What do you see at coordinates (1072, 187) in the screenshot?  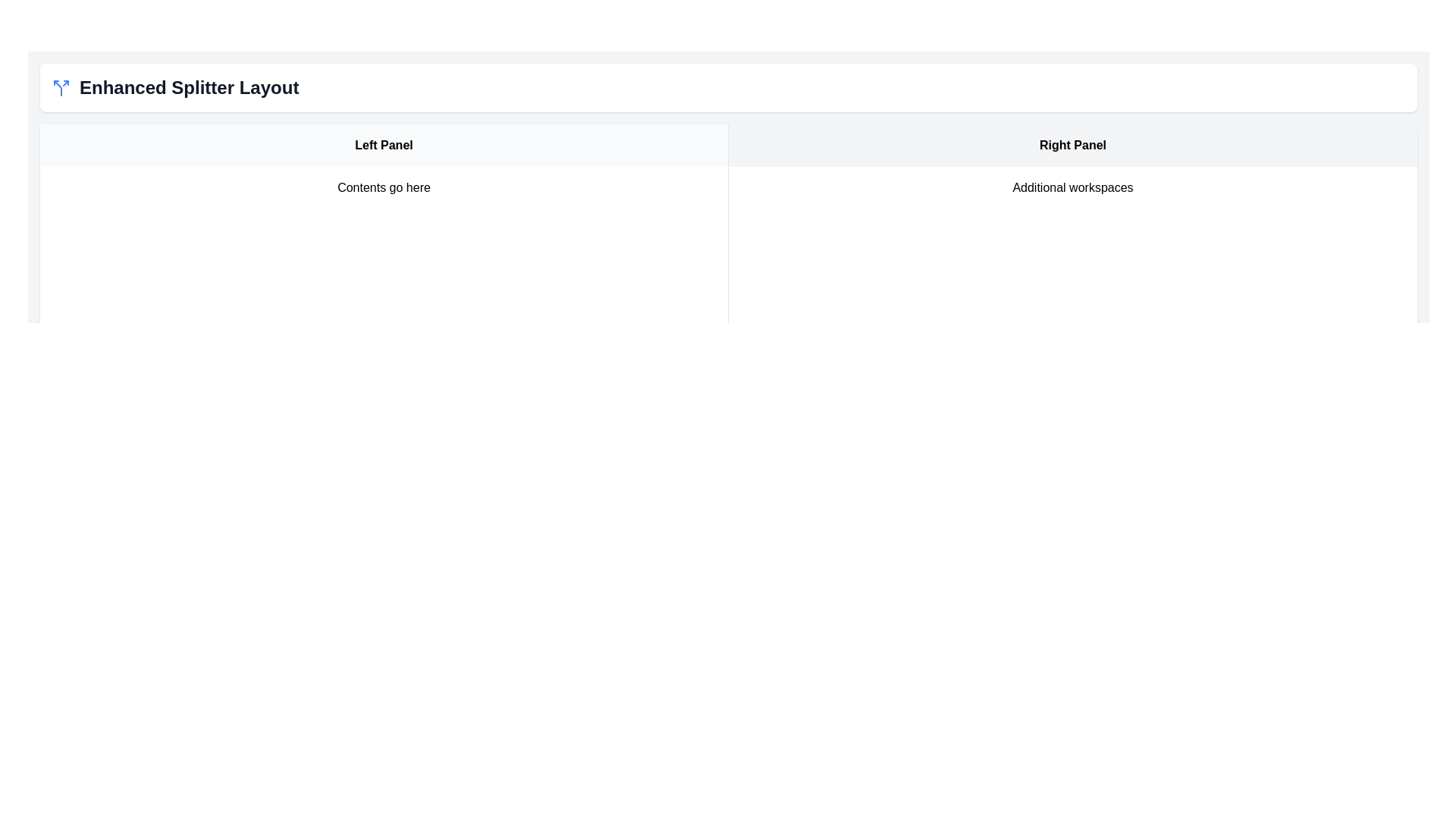 I see `the static text label displaying 'Additional workspaces' located in the right-hand section of the panel layout` at bounding box center [1072, 187].